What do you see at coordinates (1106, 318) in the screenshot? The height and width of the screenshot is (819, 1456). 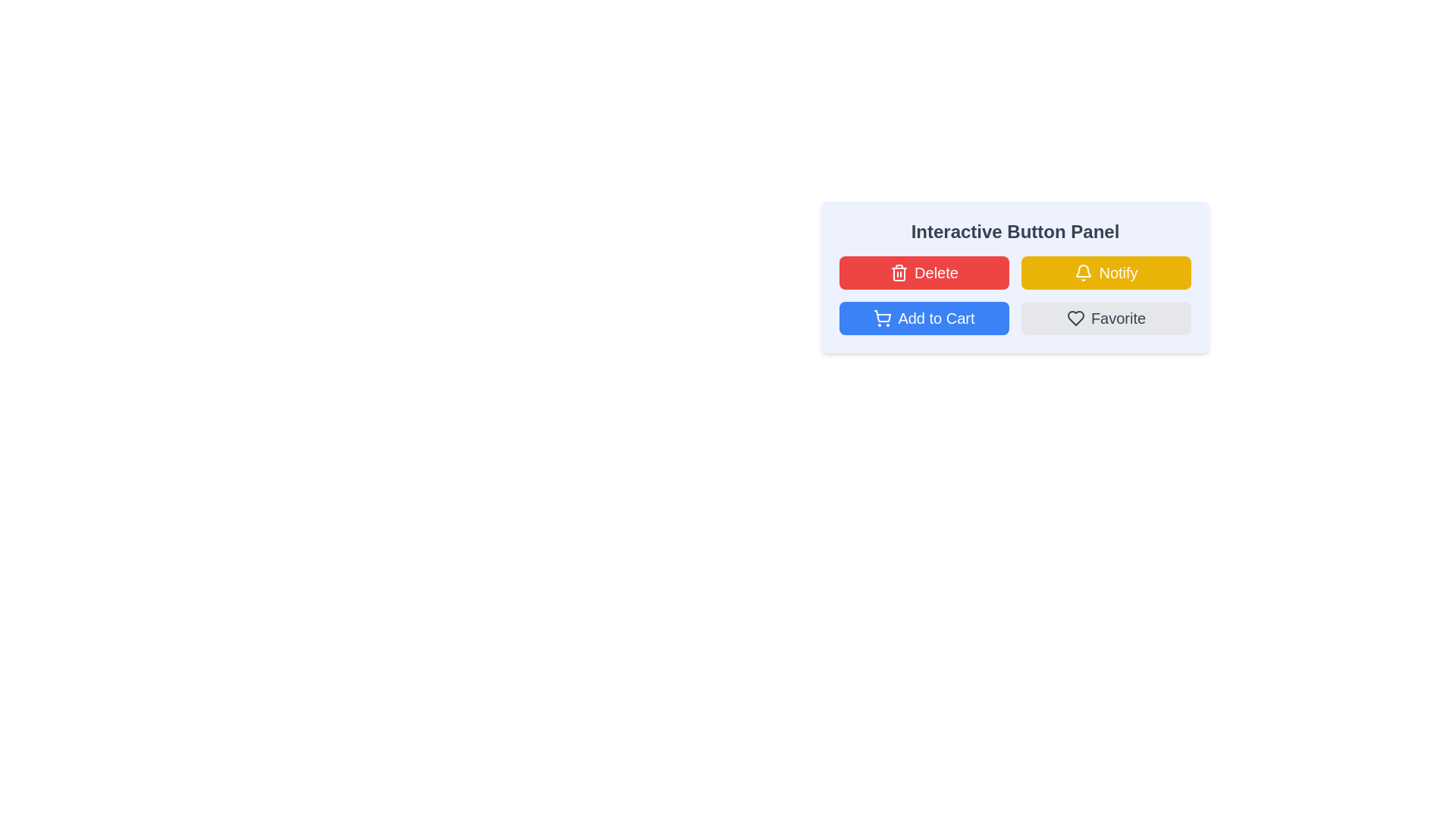 I see `the 'Favorite' button, which has a light gray background and medium gray text, located on the bottom-right corner of the interactive button panel` at bounding box center [1106, 318].